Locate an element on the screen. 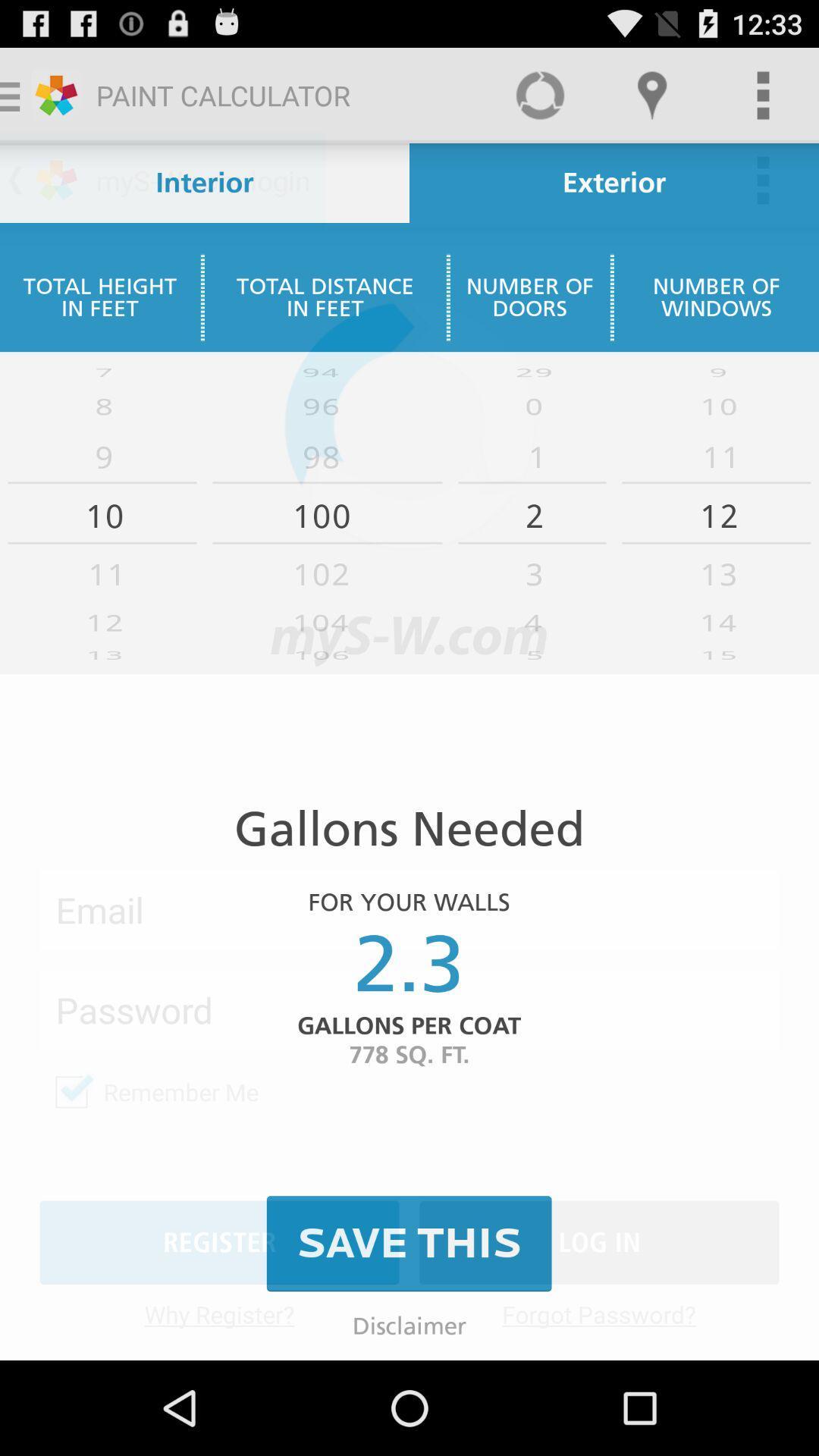 The width and height of the screenshot is (819, 1456). the circle recycle option to the left of loacation option is located at coordinates (539, 94).